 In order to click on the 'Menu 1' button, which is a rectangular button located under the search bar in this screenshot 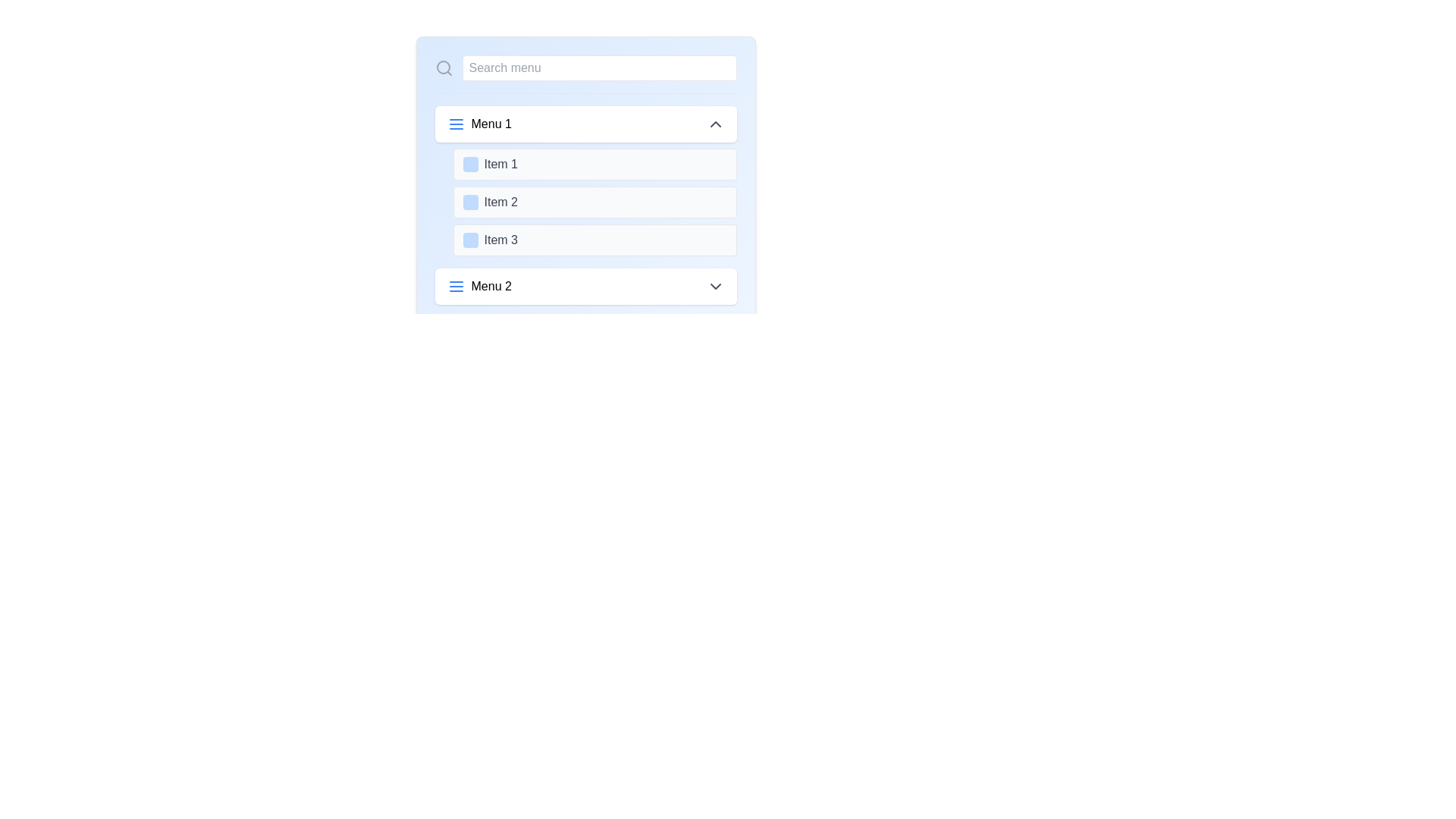, I will do `click(585, 124)`.